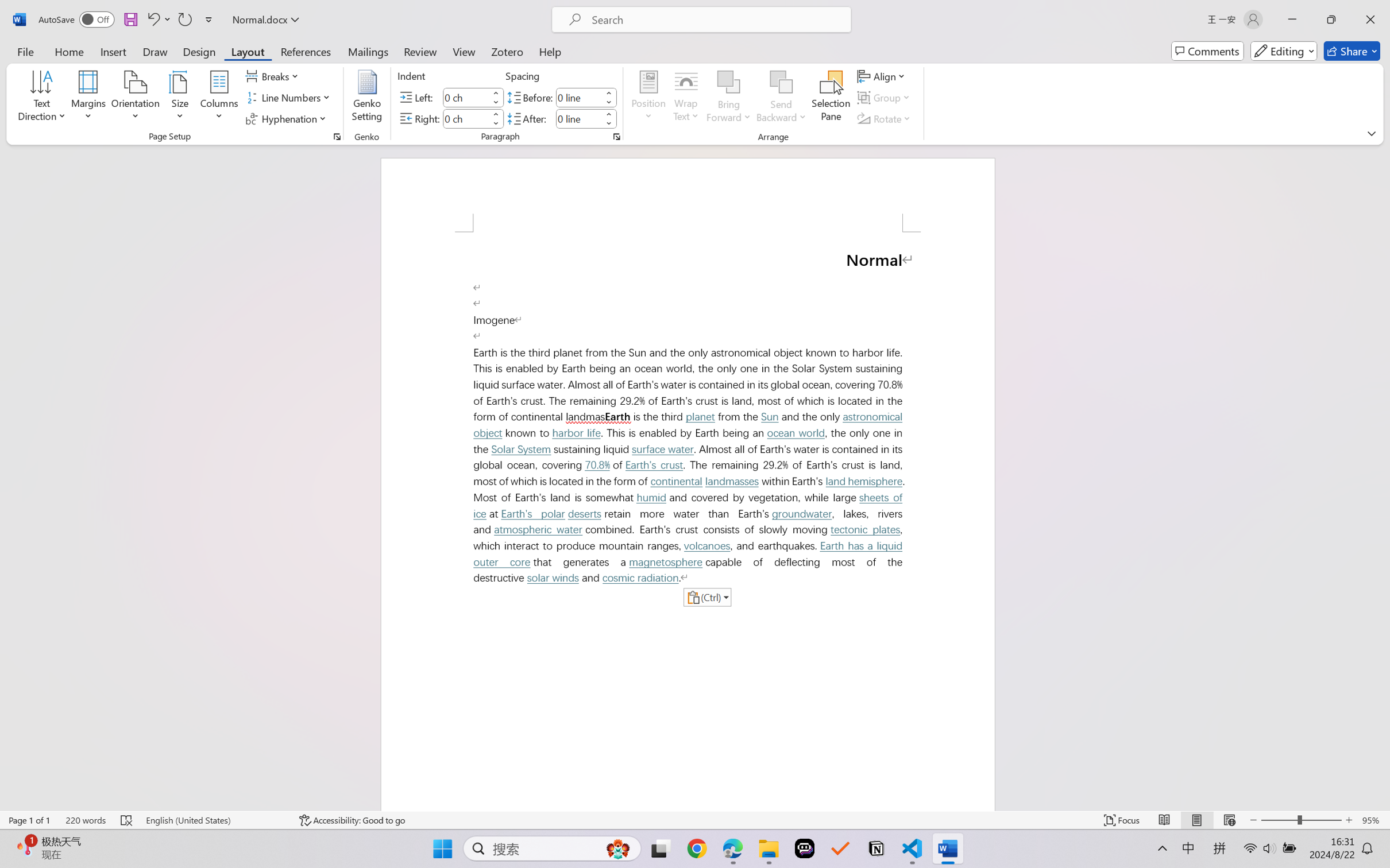 Image resolution: width=1390 pixels, height=868 pixels. What do you see at coordinates (576, 432) in the screenshot?
I see `'harbor life'` at bounding box center [576, 432].